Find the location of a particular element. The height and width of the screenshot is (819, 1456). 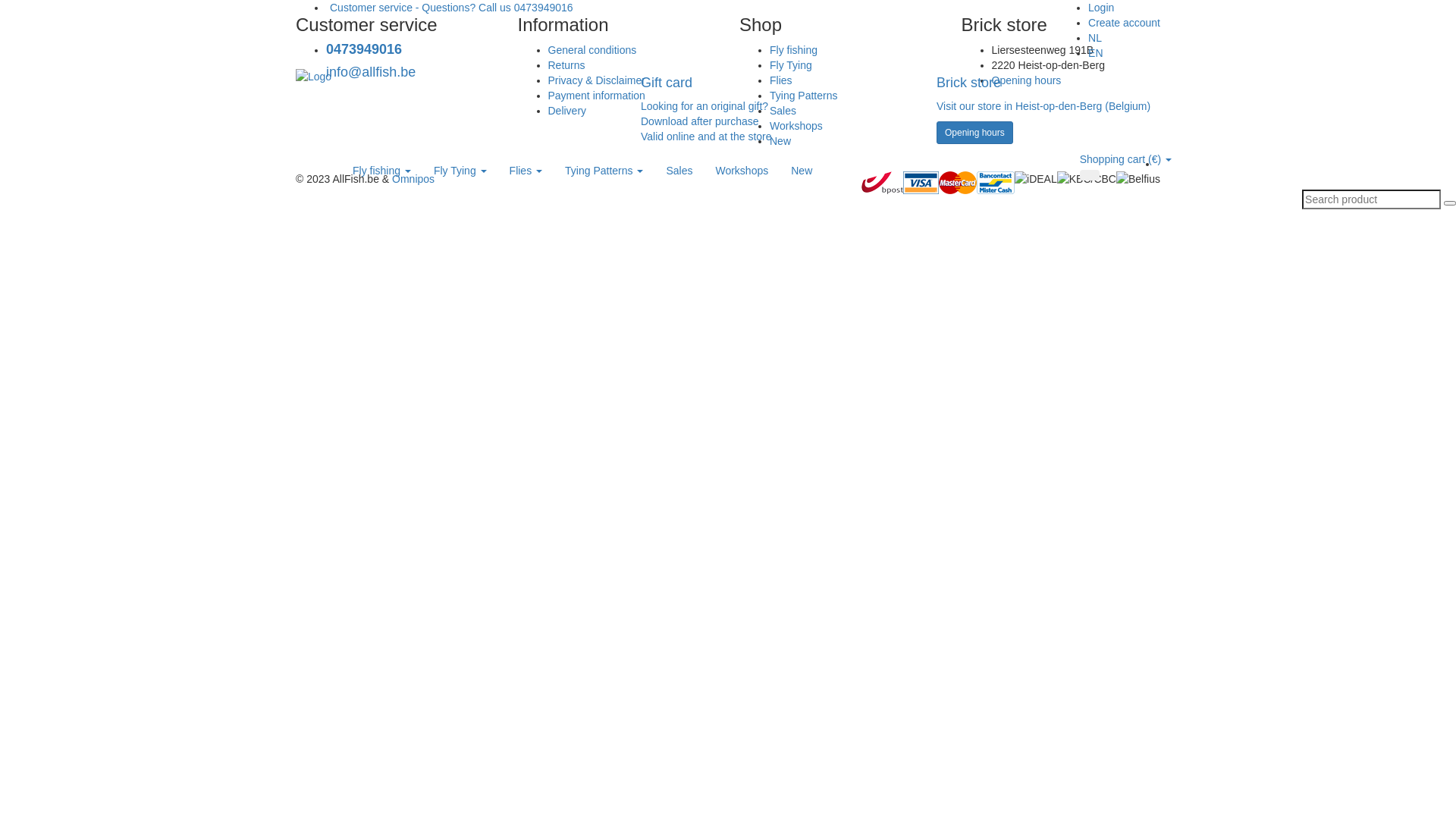

'Flies' is located at coordinates (526, 170).